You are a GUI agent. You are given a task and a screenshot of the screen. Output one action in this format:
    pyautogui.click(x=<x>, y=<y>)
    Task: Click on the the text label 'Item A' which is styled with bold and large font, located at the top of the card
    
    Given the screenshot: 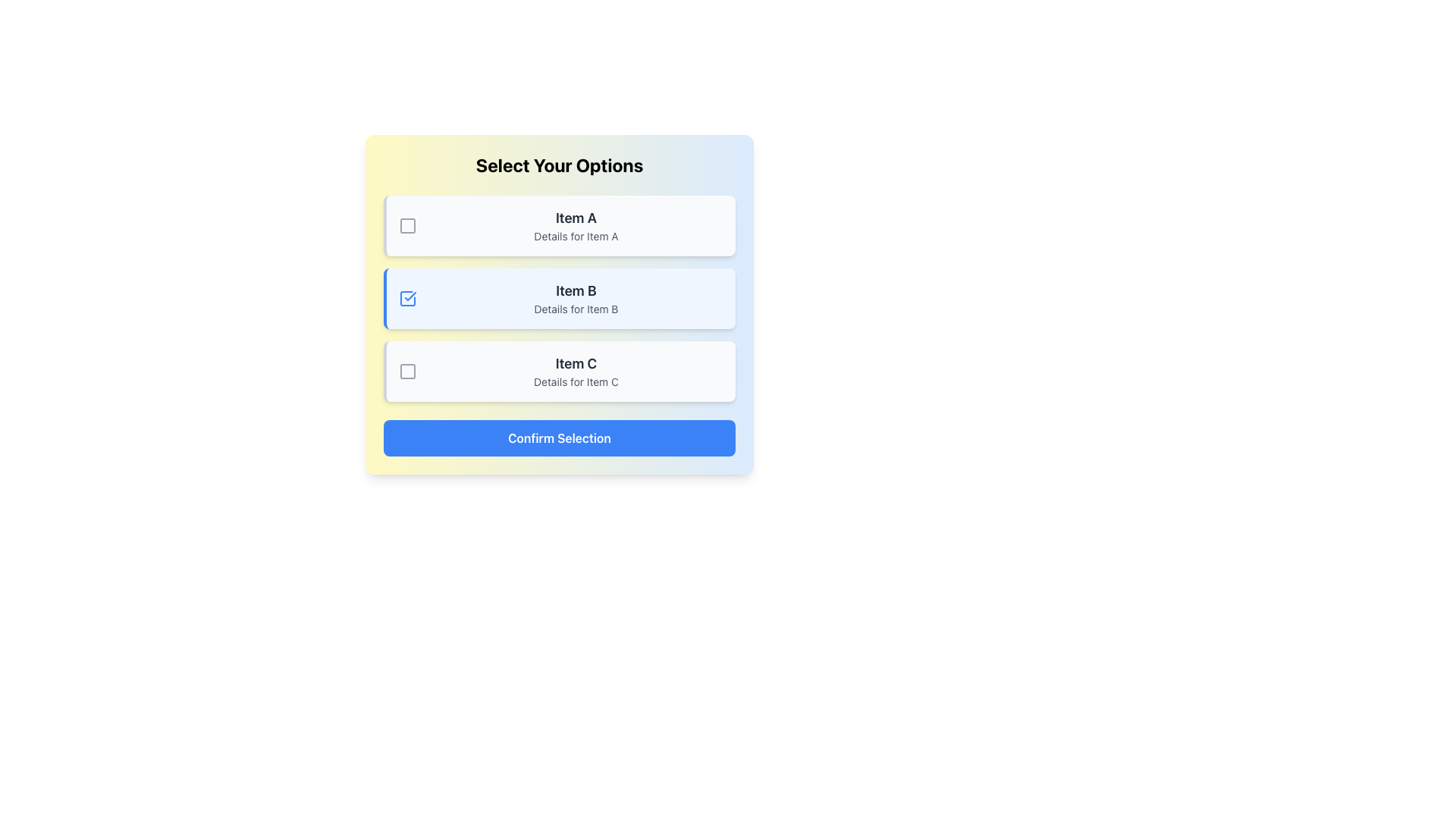 What is the action you would take?
    pyautogui.click(x=575, y=218)
    